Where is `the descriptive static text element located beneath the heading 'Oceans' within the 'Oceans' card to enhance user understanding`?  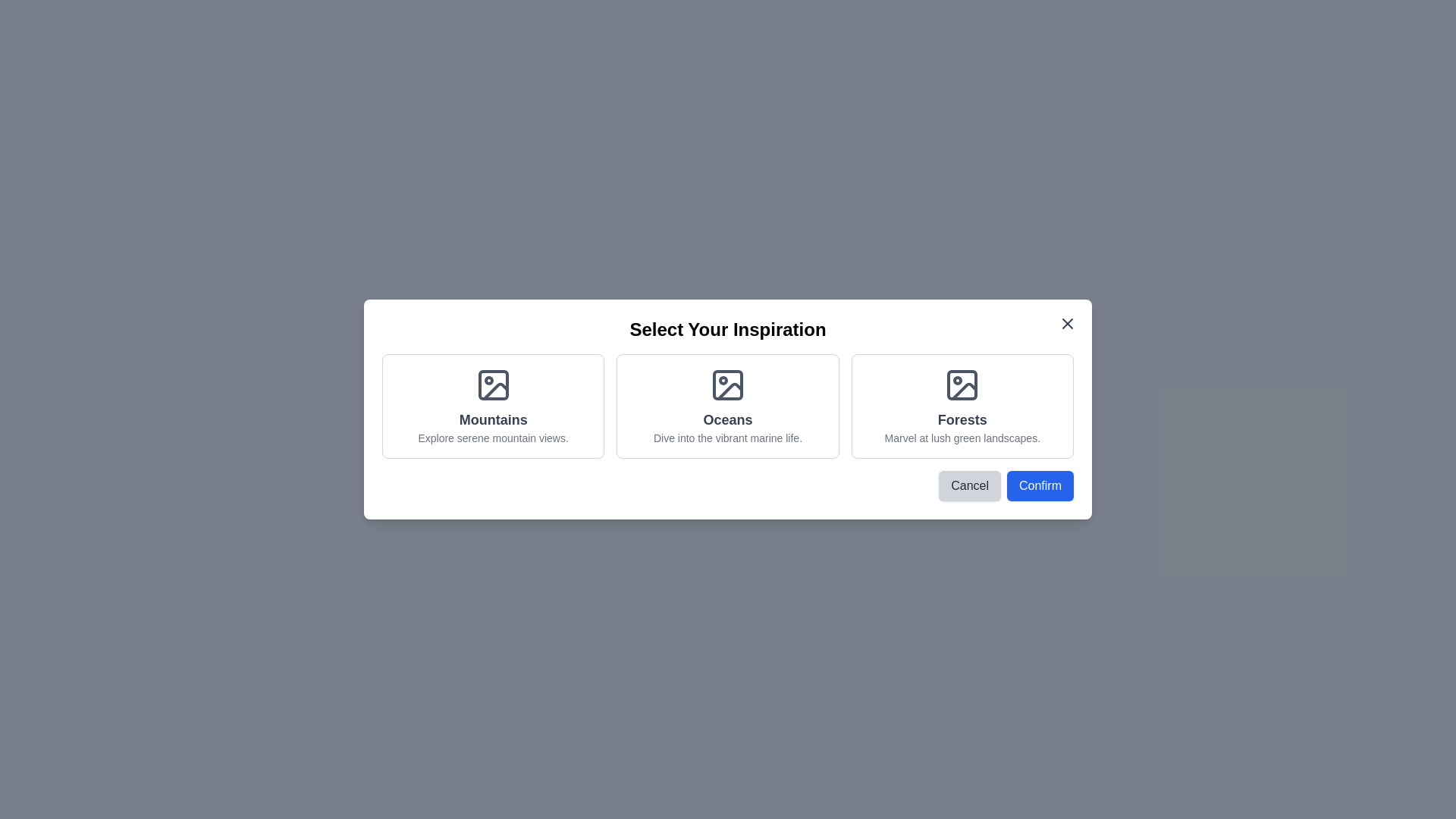
the descriptive static text element located beneath the heading 'Oceans' within the 'Oceans' card to enhance user understanding is located at coordinates (728, 438).